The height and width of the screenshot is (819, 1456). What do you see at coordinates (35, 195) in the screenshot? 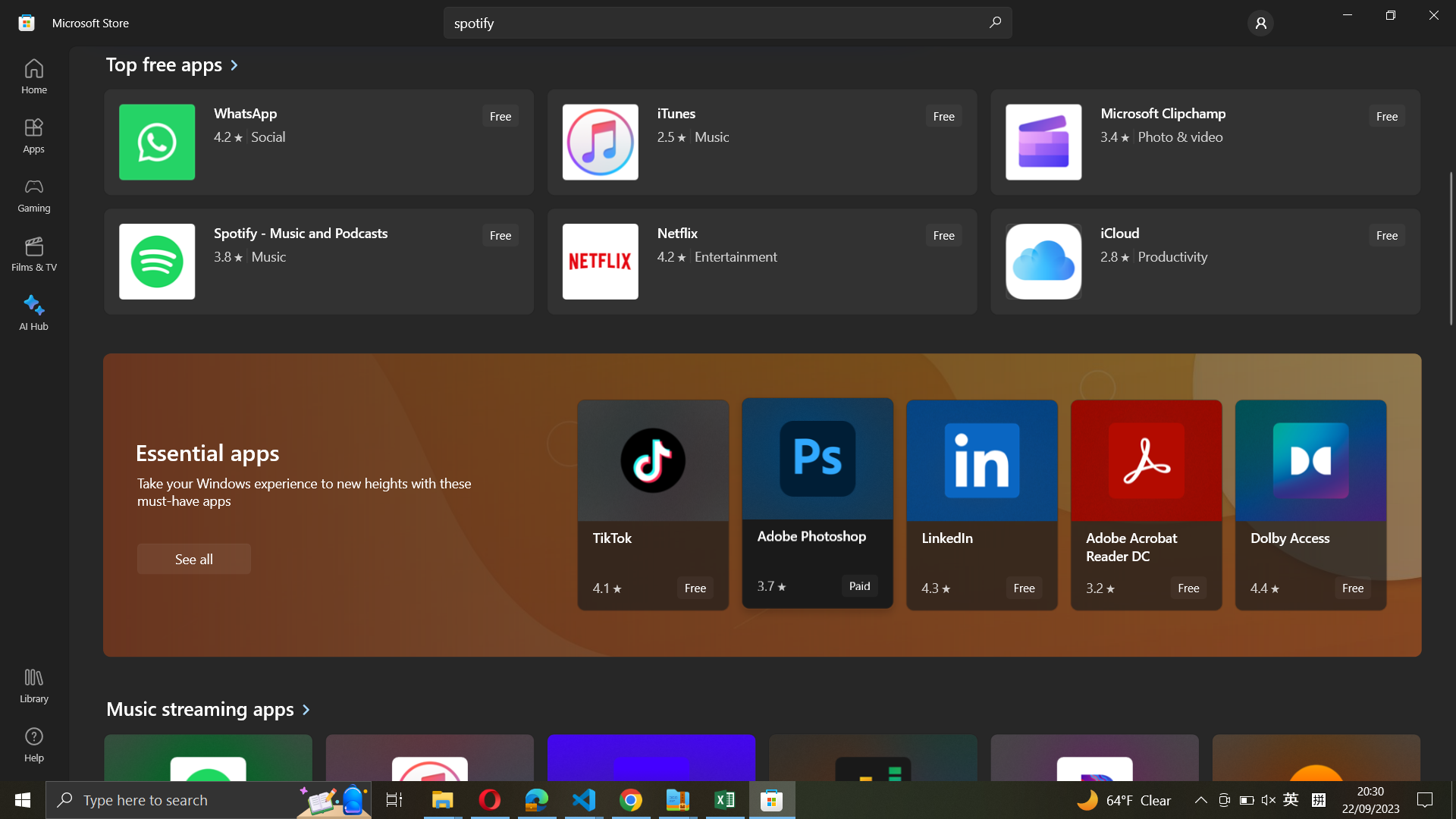
I see `Gaming Interface` at bounding box center [35, 195].